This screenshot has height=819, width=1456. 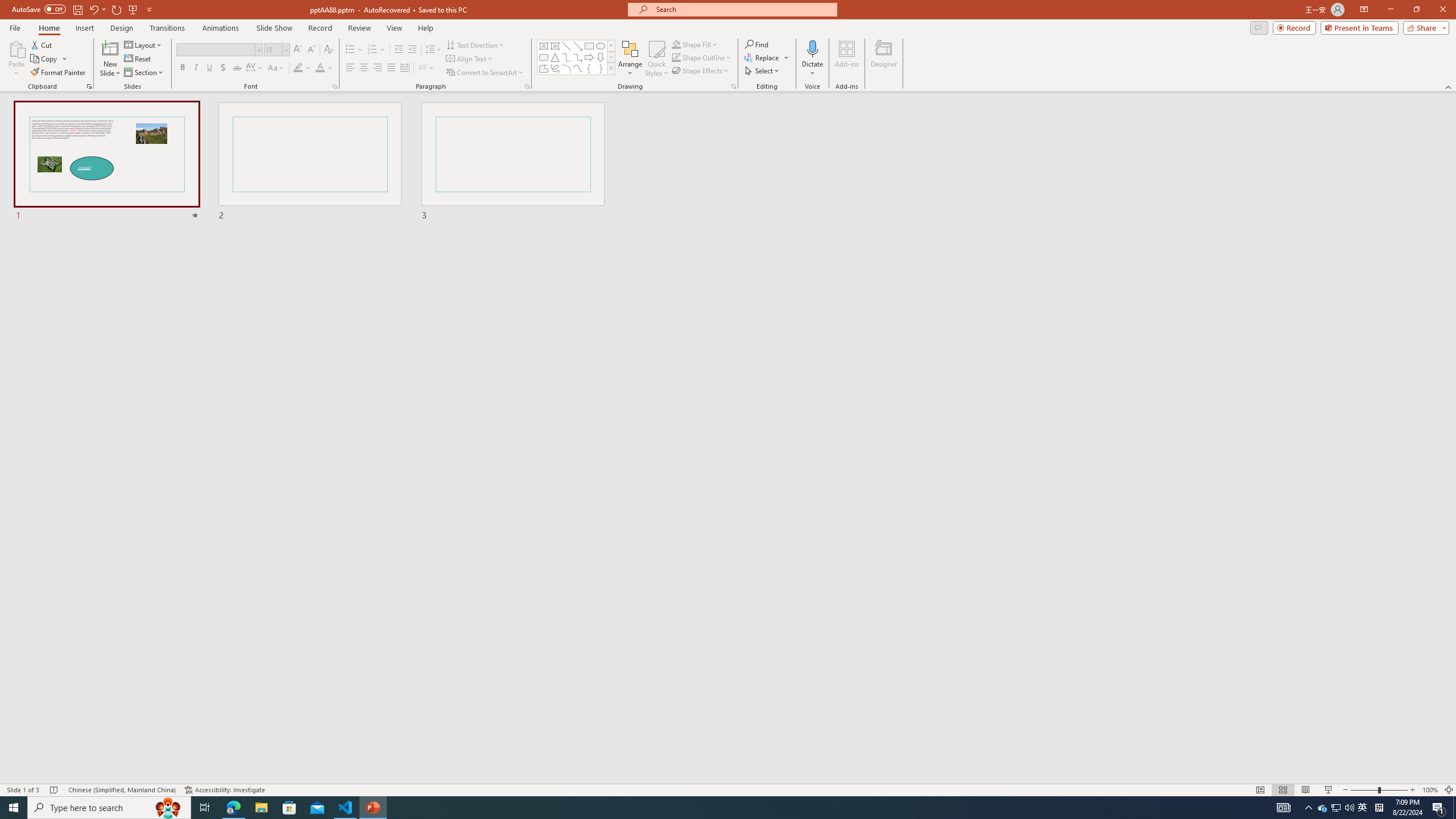 I want to click on 'Zoom to Fit ', so click(x=1449, y=790).